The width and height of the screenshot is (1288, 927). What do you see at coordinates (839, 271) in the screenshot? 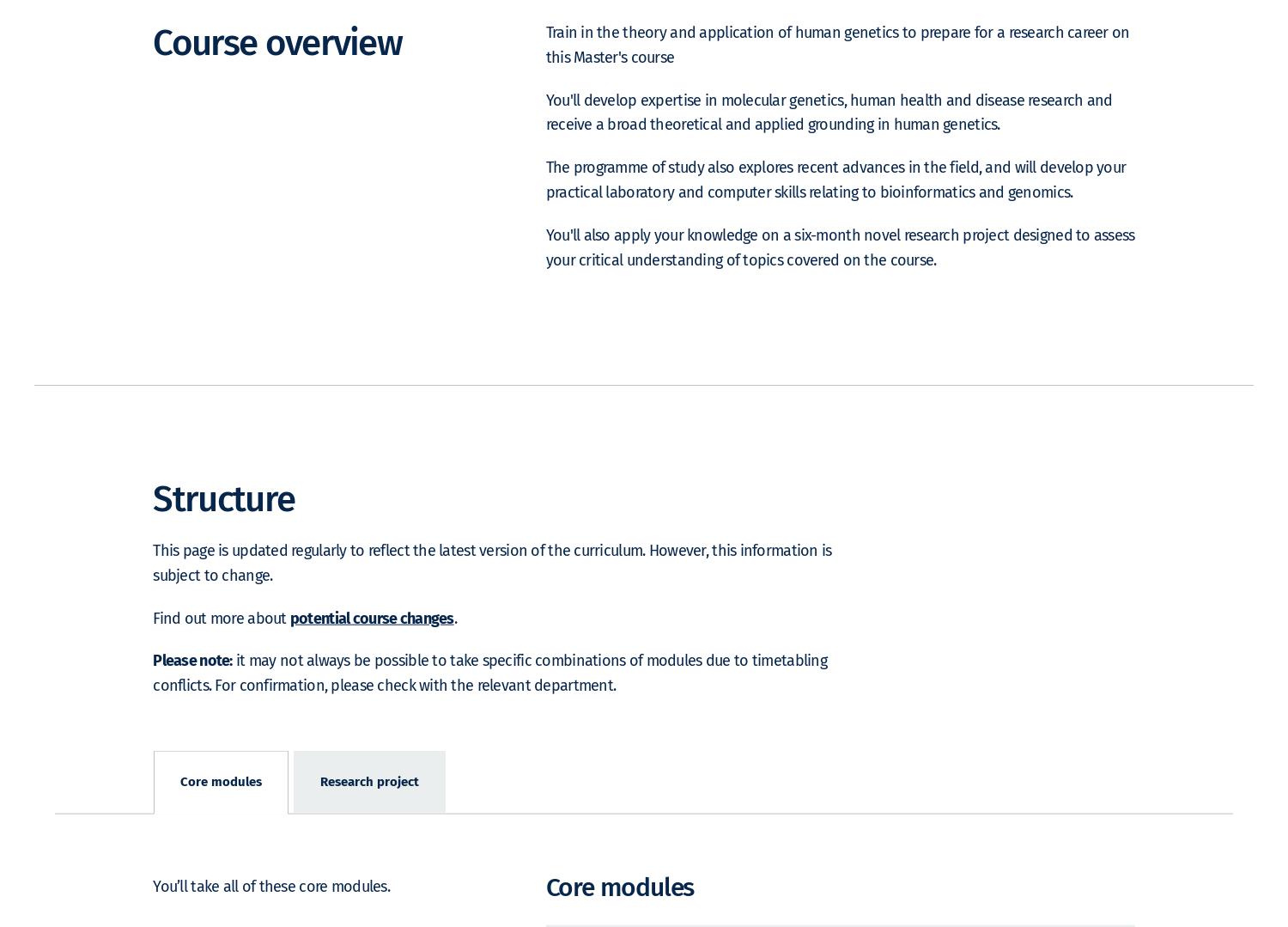
I see `'You'll also apply your knowledge on a six-month novel research project designed to assess your critical understanding of topics covered on the course.'` at bounding box center [839, 271].